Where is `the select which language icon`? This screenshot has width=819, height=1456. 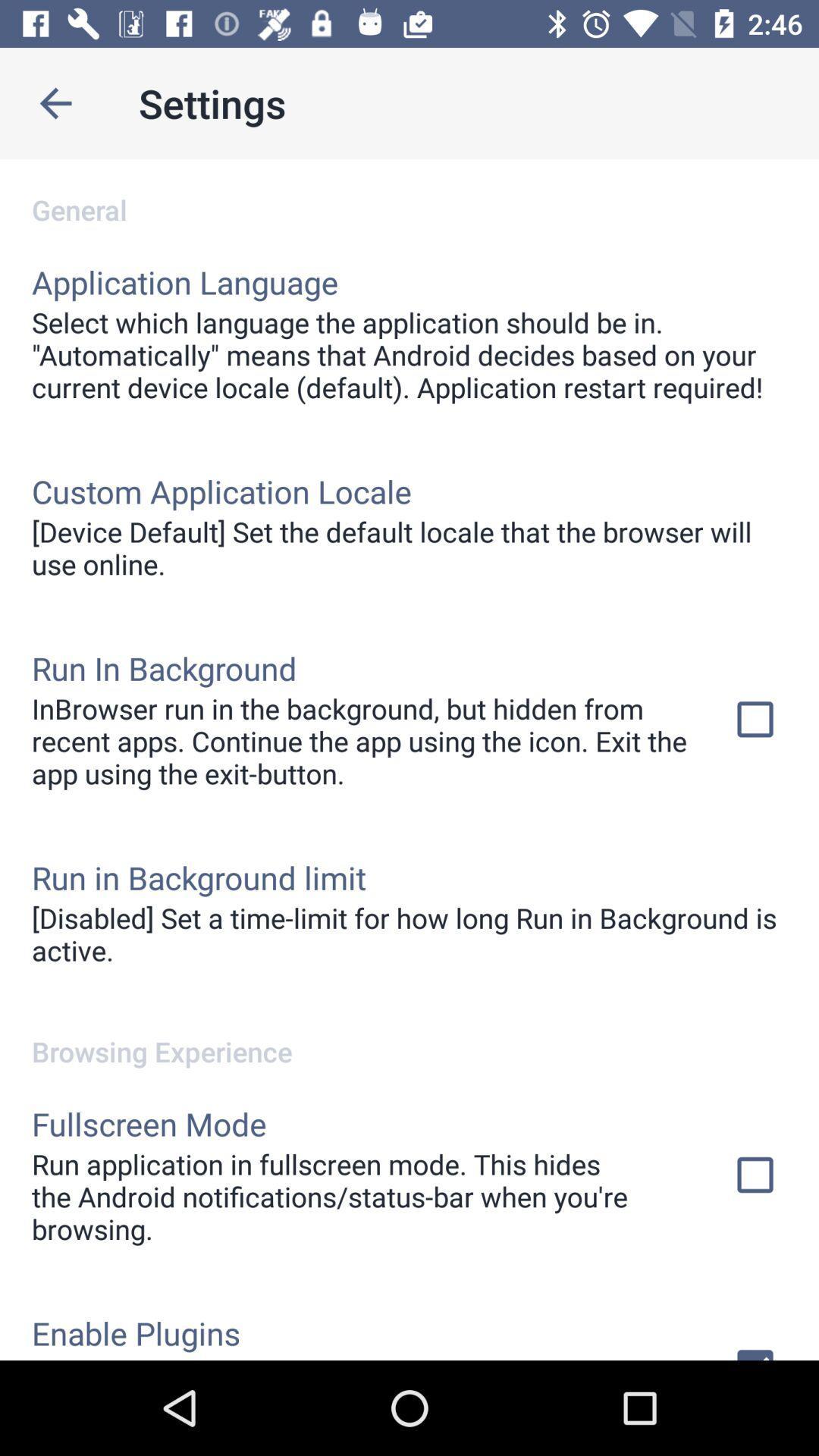
the select which language icon is located at coordinates (409, 354).